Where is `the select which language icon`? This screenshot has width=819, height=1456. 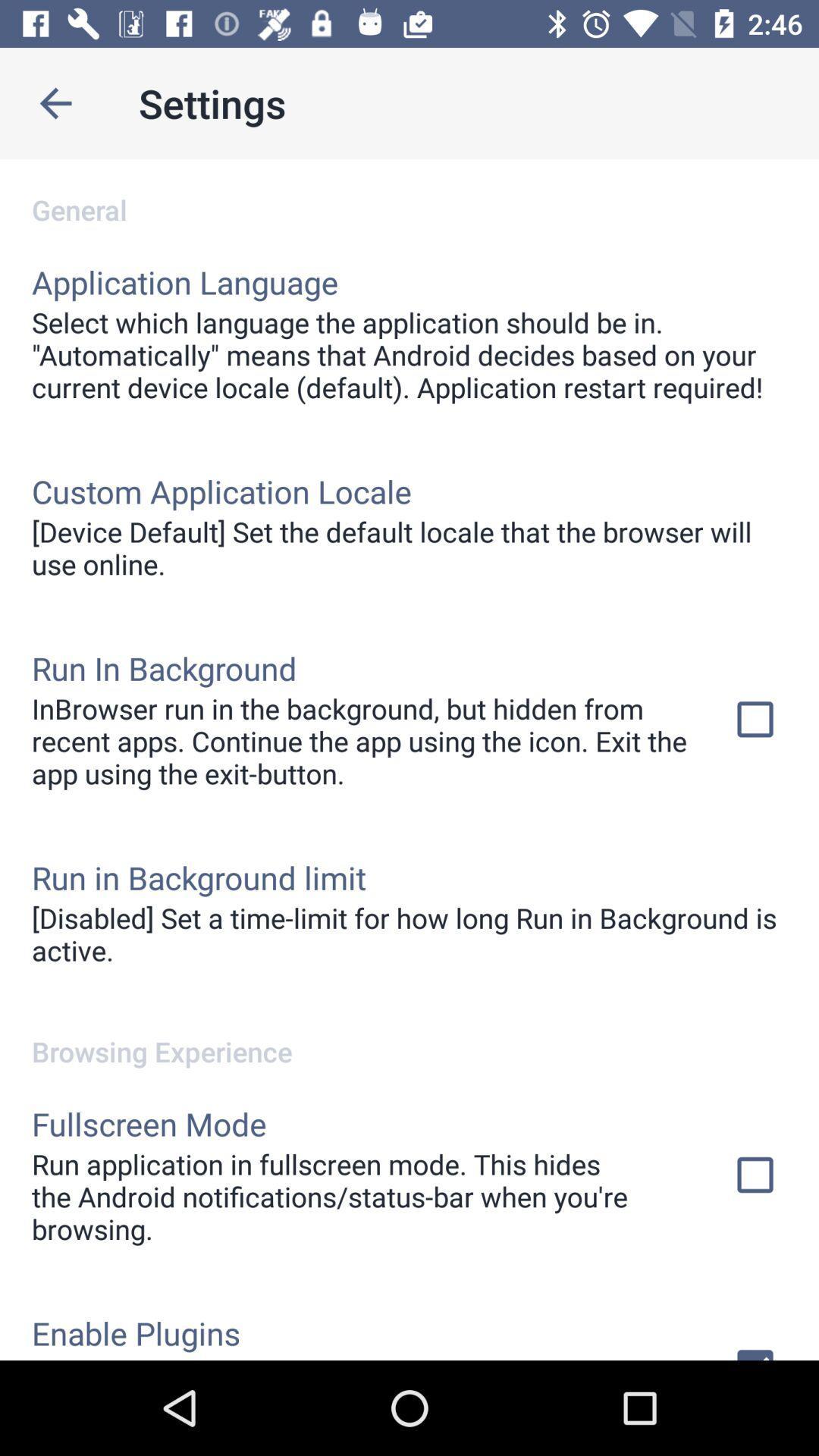
the select which language icon is located at coordinates (409, 354).